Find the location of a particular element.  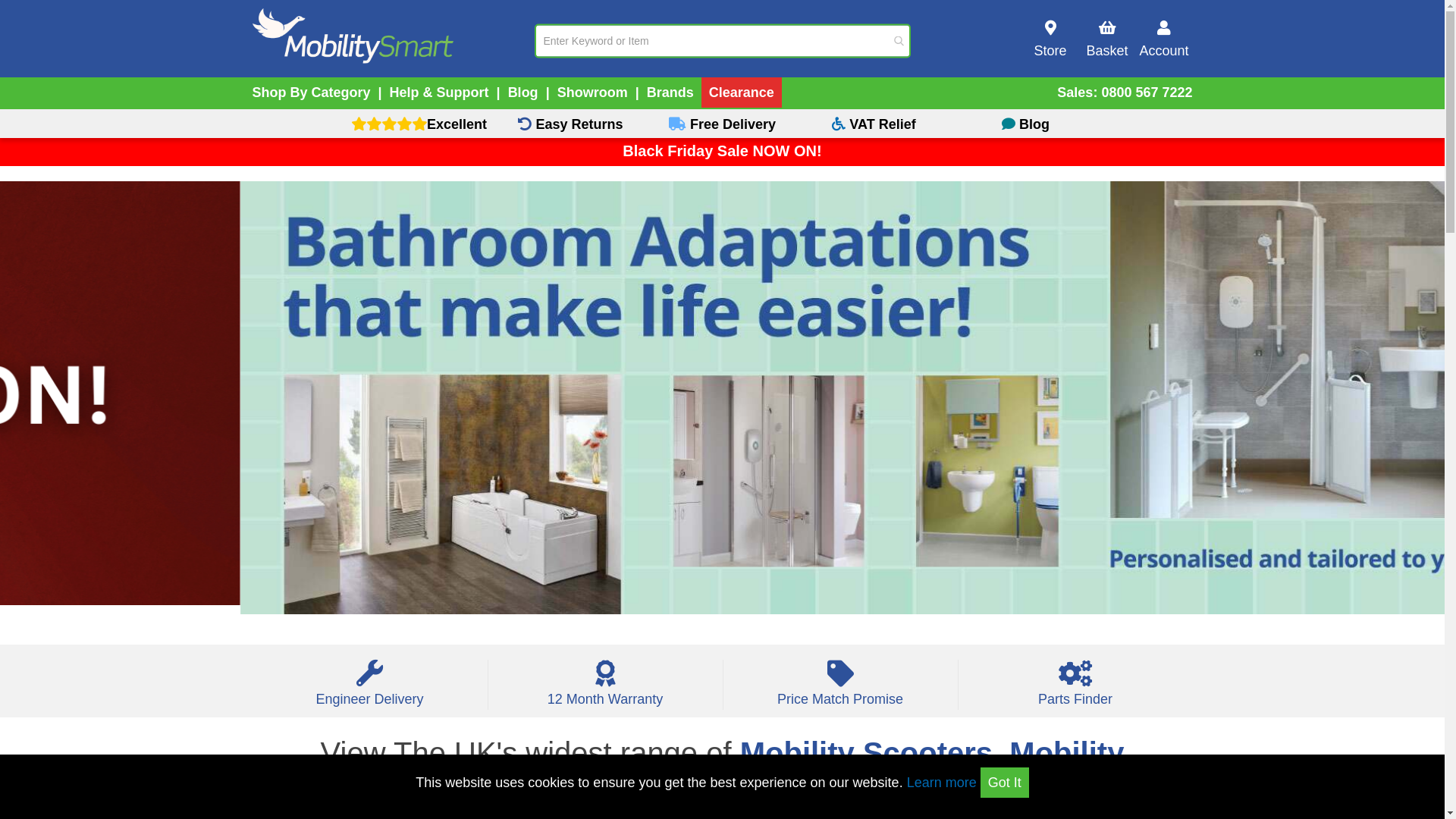

'Mobility Smart' is located at coordinates (251, 36).